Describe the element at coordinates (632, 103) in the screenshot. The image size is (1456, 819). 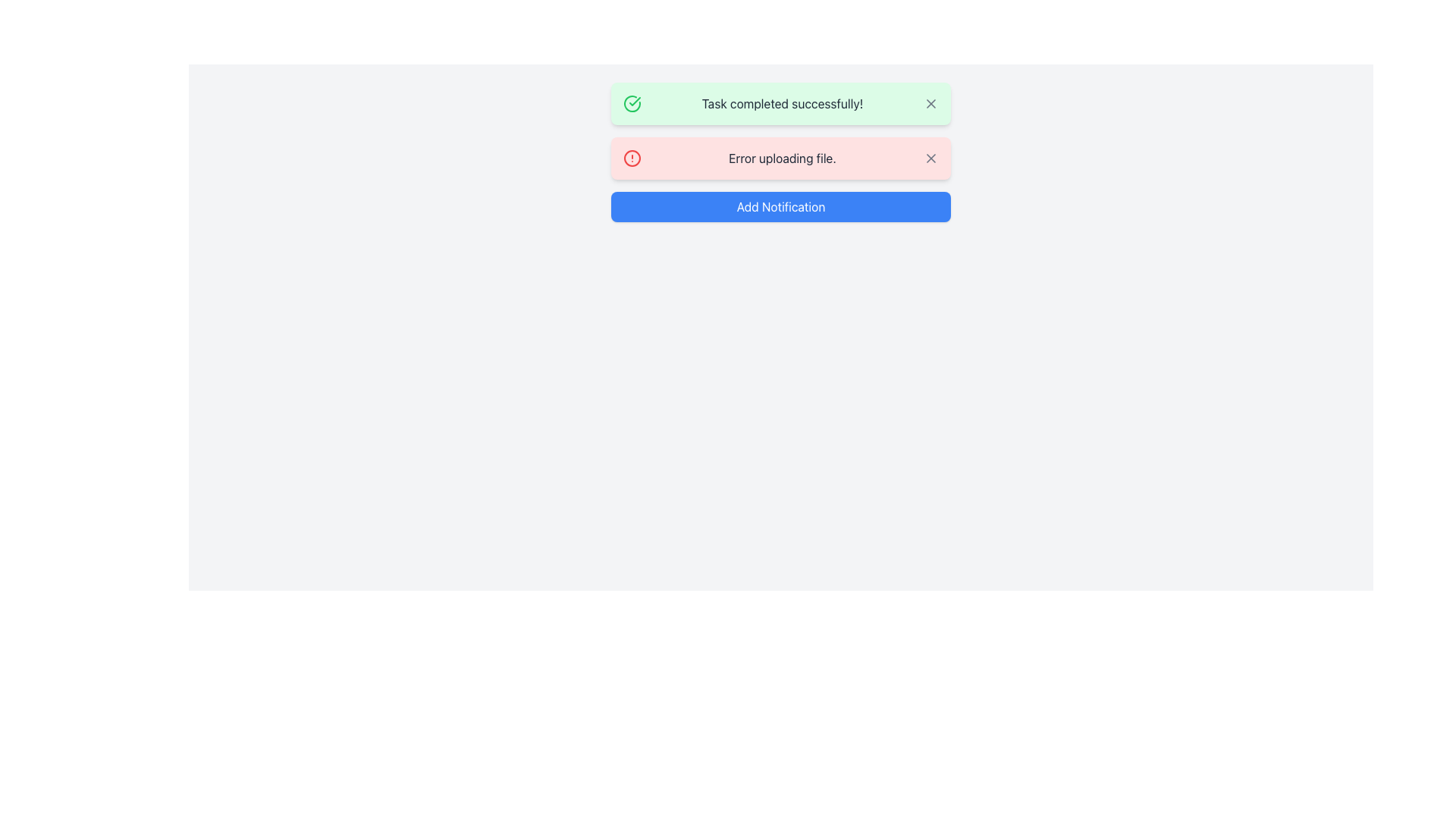
I see `the status indicator icon located at the far left of the green notification banner that reads 'Task completed successfully!'` at that location.